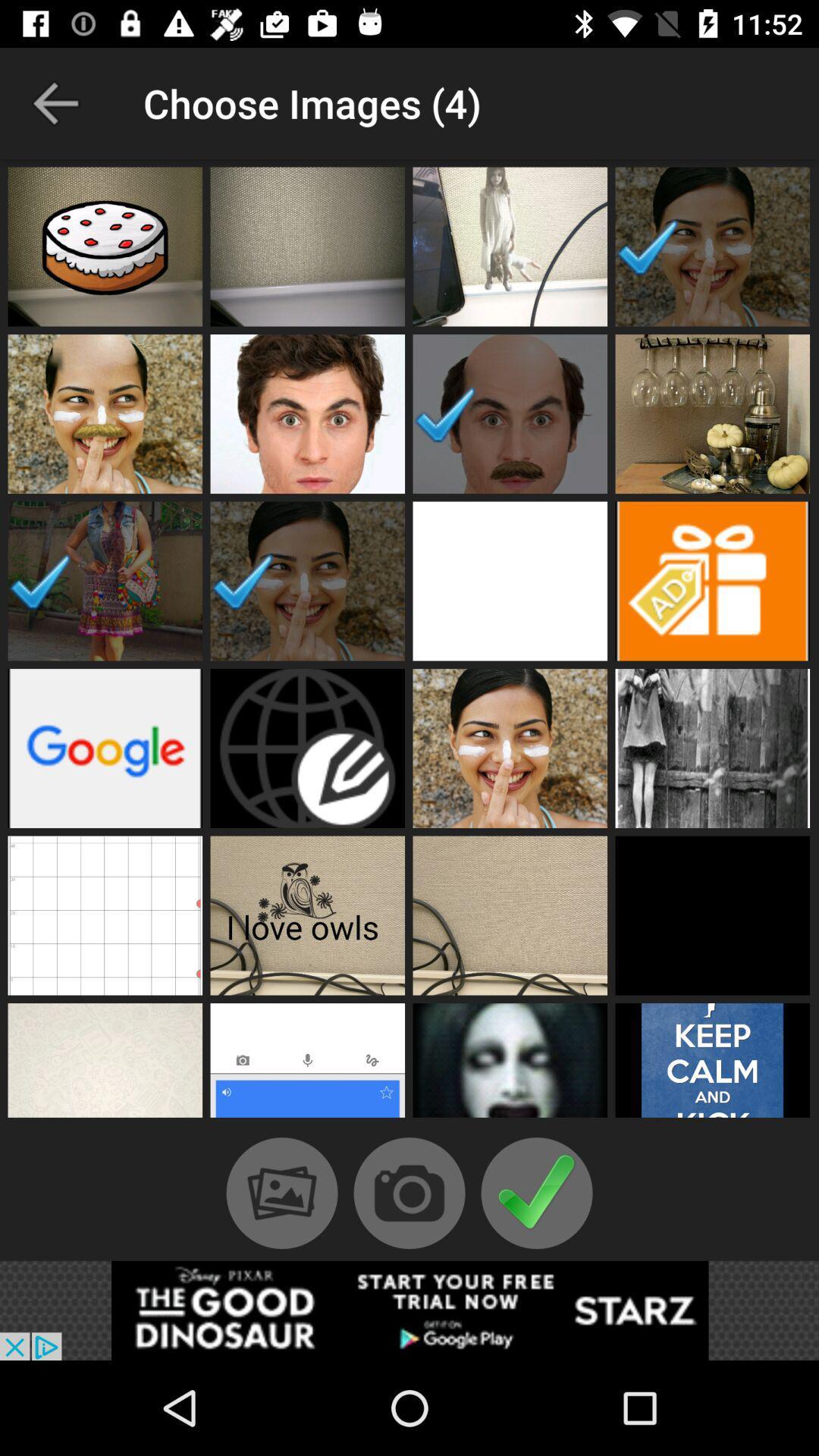 The width and height of the screenshot is (819, 1456). I want to click on open image, so click(307, 748).